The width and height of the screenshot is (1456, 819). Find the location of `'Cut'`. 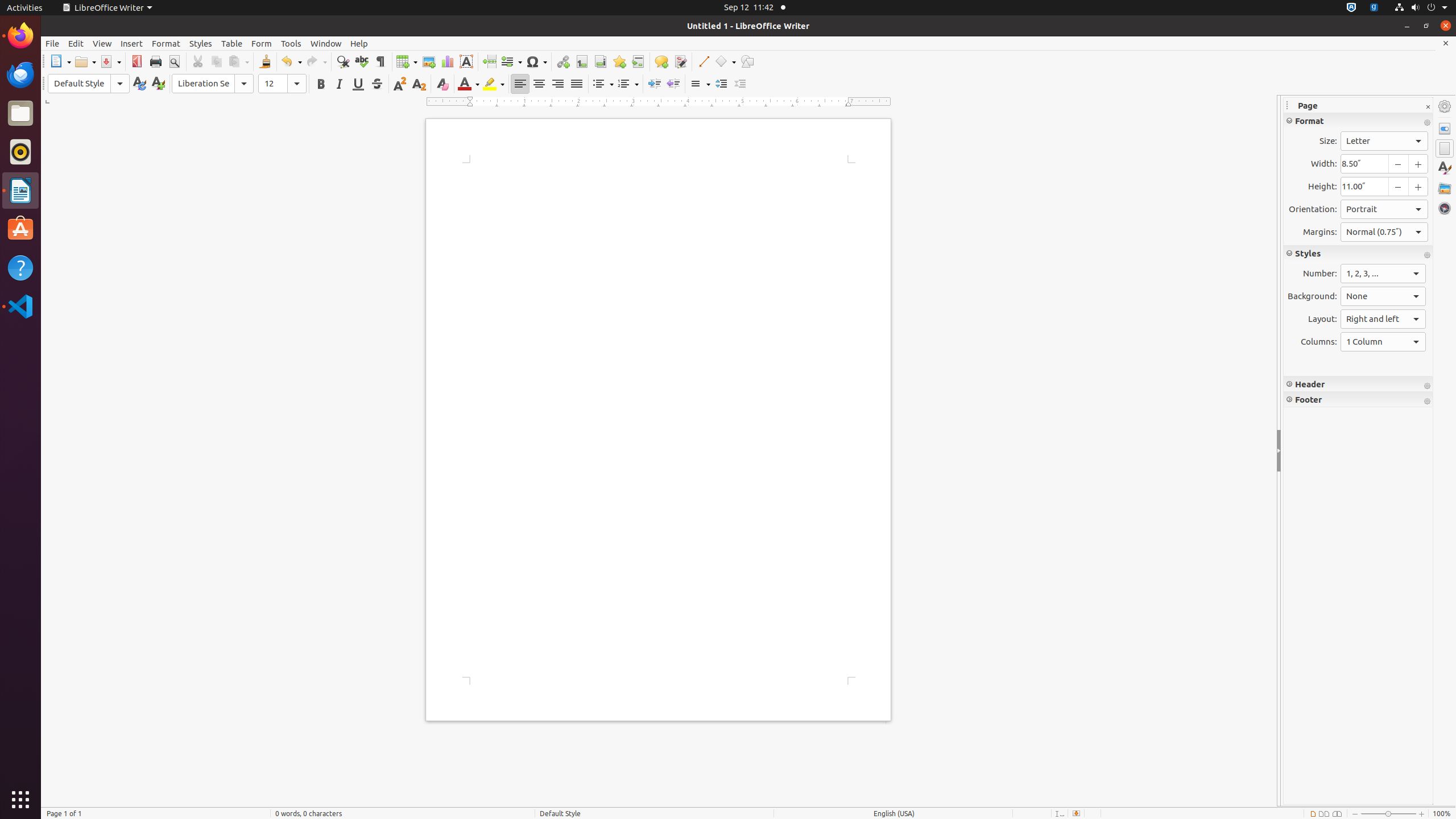

'Cut' is located at coordinates (197, 61).